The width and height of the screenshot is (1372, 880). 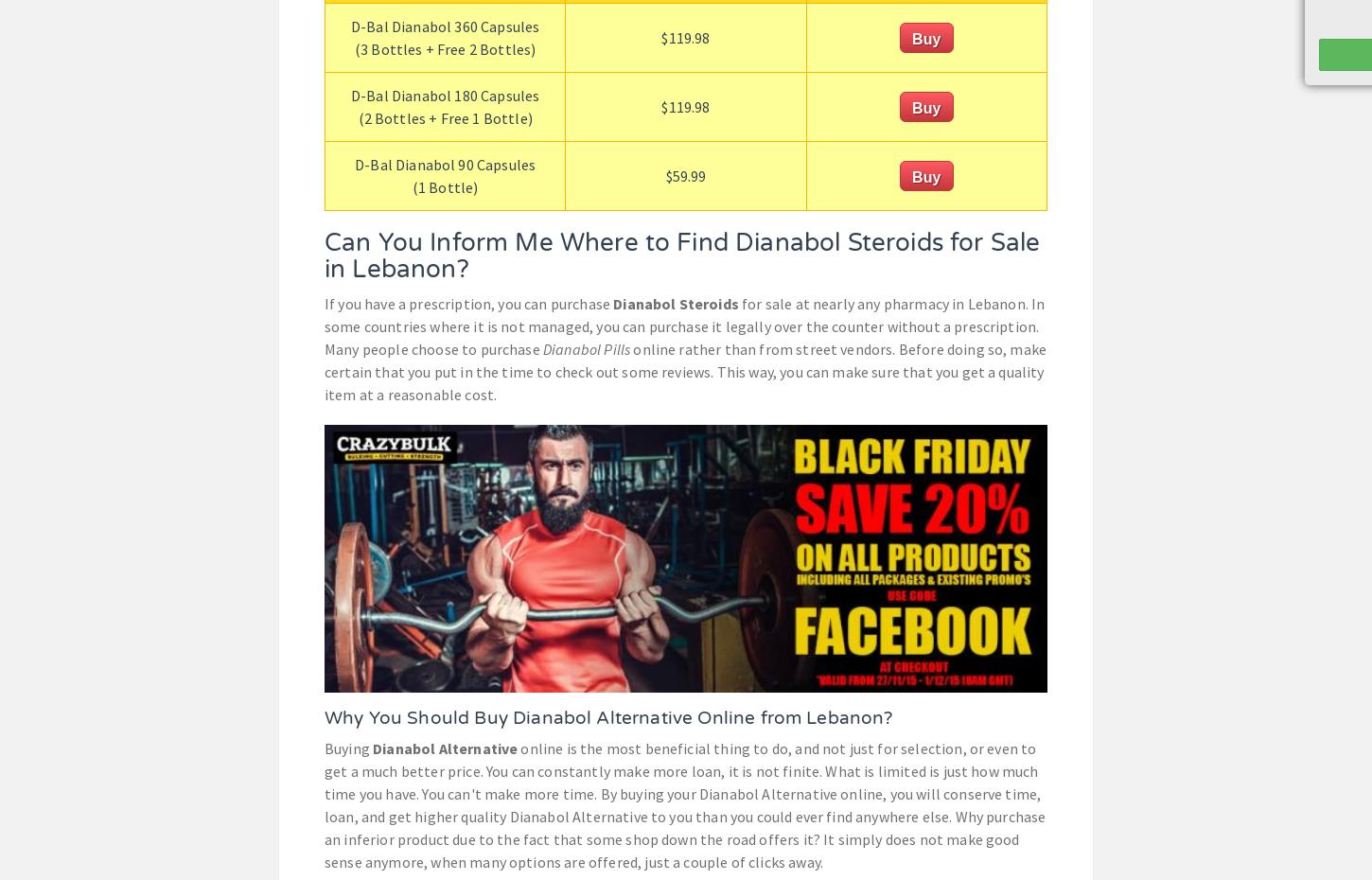 What do you see at coordinates (444, 24) in the screenshot?
I see `'D-Bal Dianabol 360 Capsules'` at bounding box center [444, 24].